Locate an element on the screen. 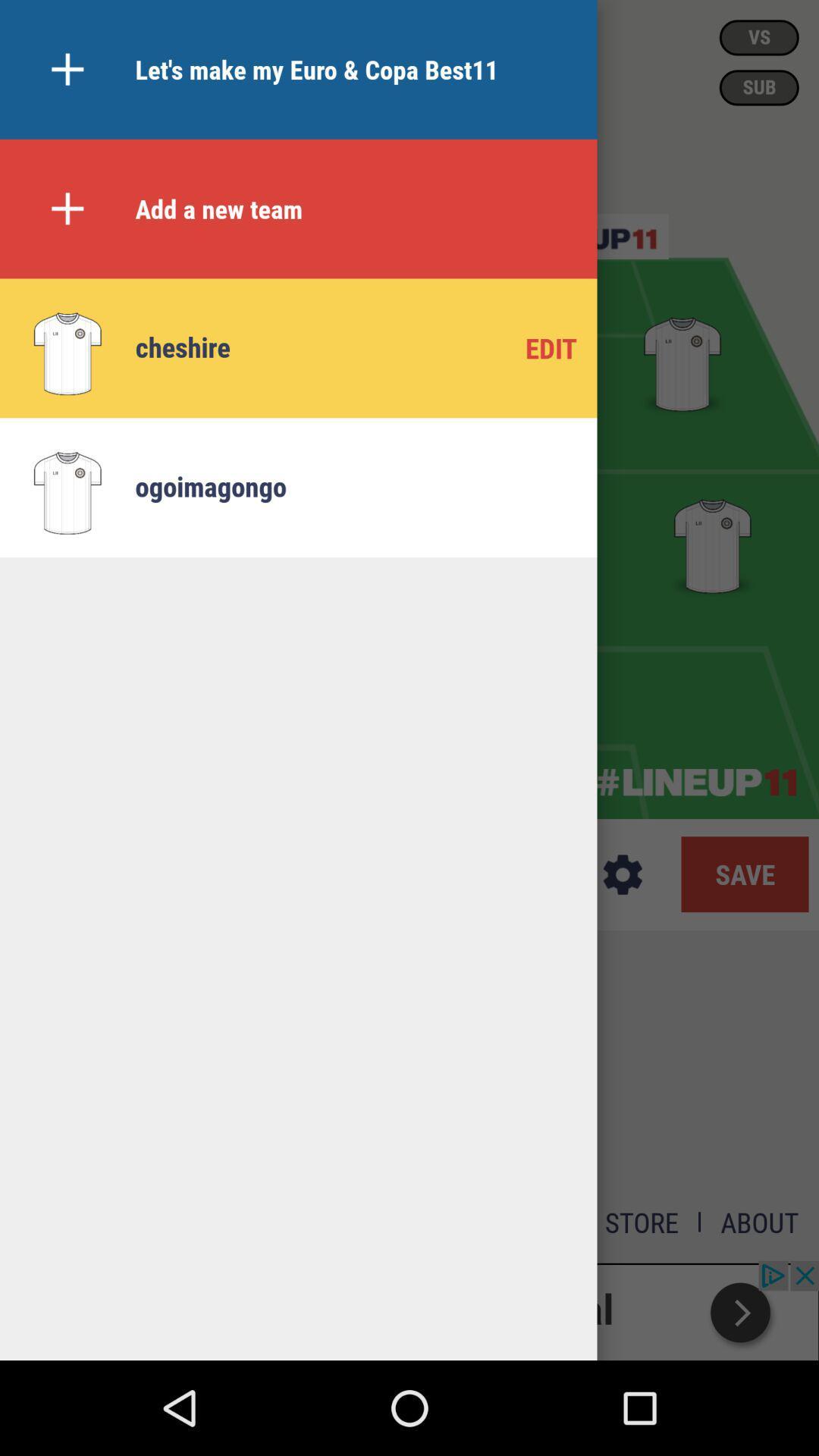  the sliders icon is located at coordinates (590, 236).